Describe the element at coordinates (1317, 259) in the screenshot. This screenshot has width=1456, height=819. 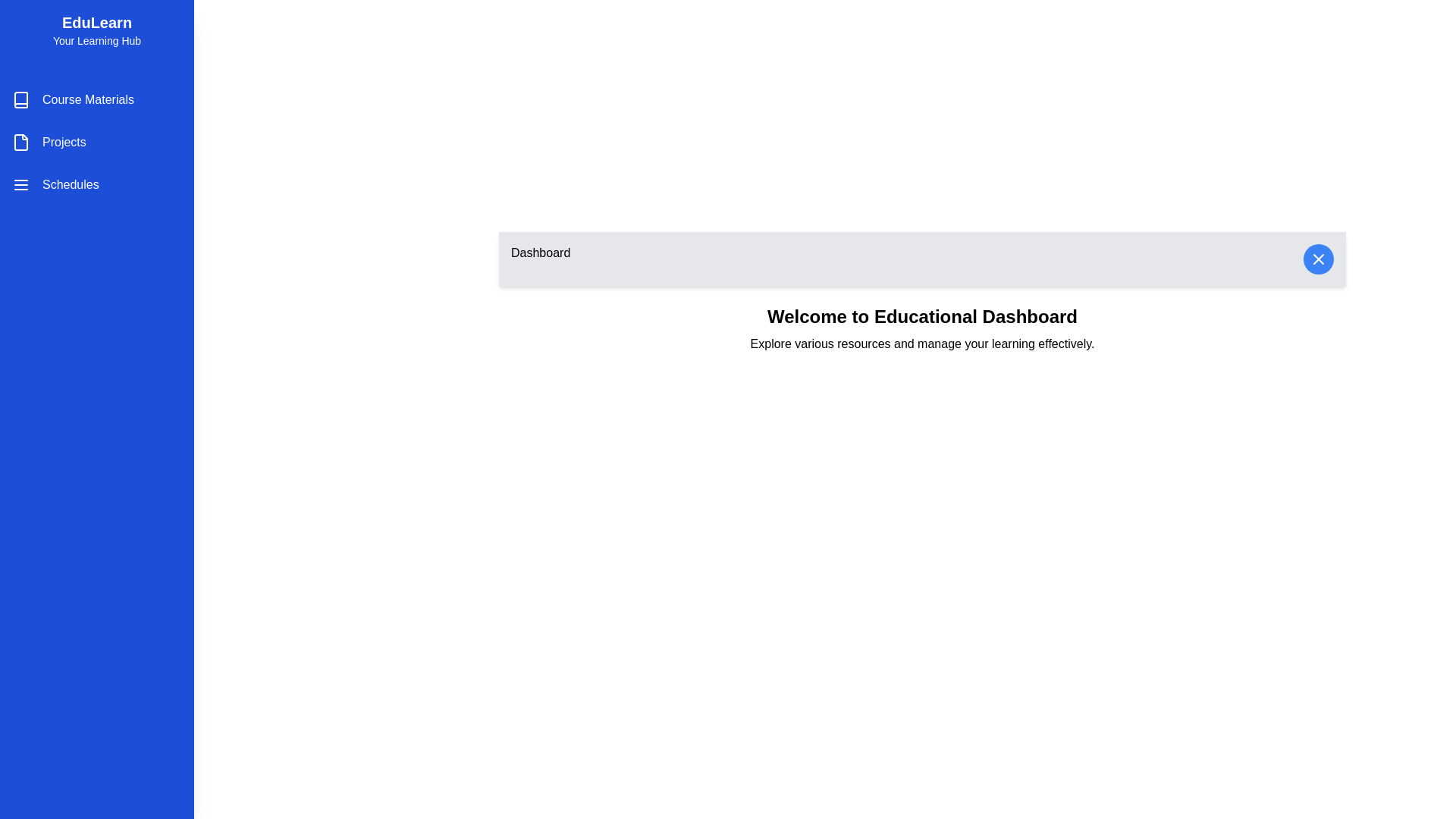
I see `the close button located in the top-right corner of the gray header bar` at that location.